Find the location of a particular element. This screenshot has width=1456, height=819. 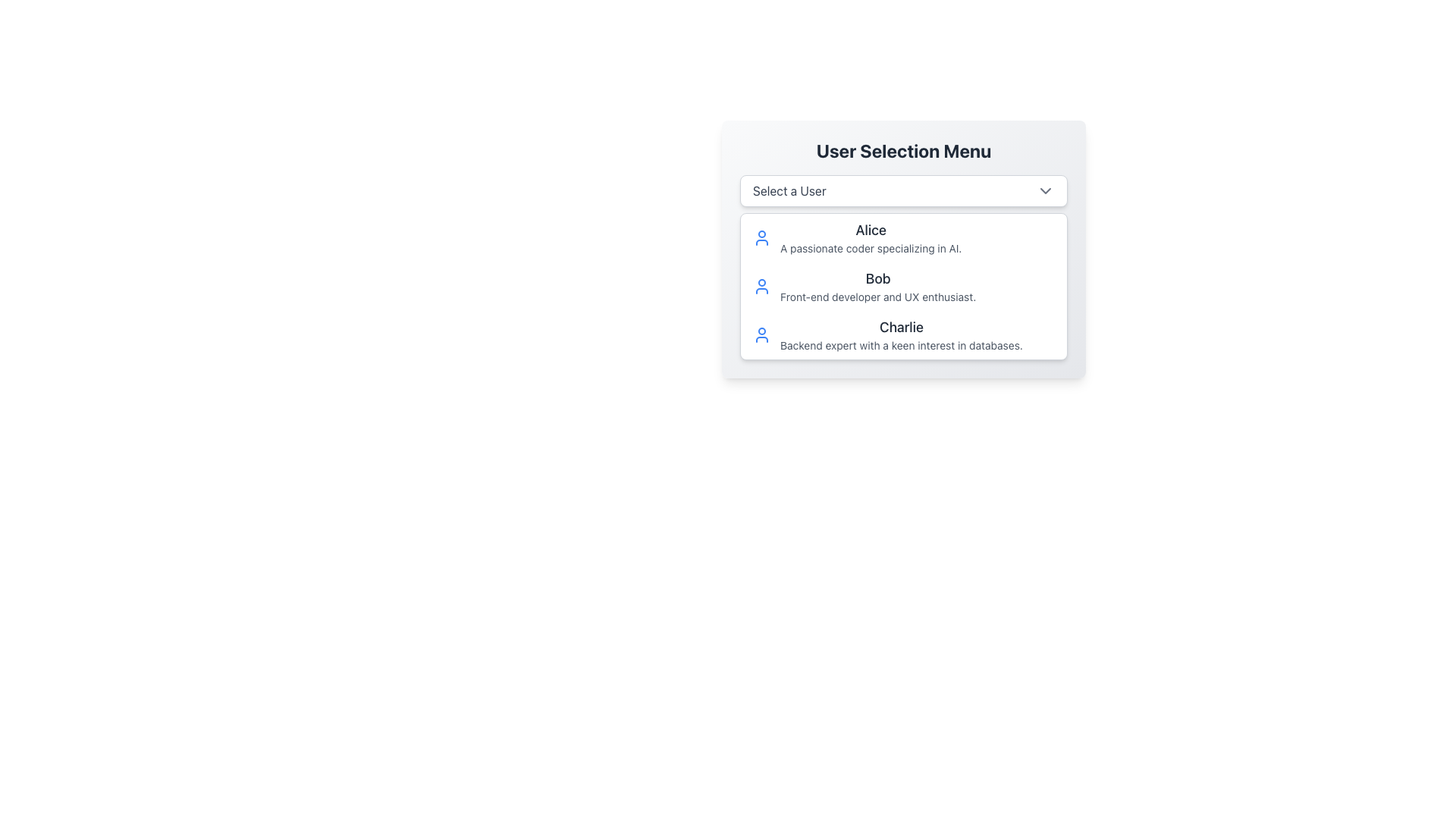

the user icon representing 'Charlie' located at the leftmost side of the highlighted row, adjacent to the text 'Backend expert with a keen interest in databases.' is located at coordinates (761, 334).